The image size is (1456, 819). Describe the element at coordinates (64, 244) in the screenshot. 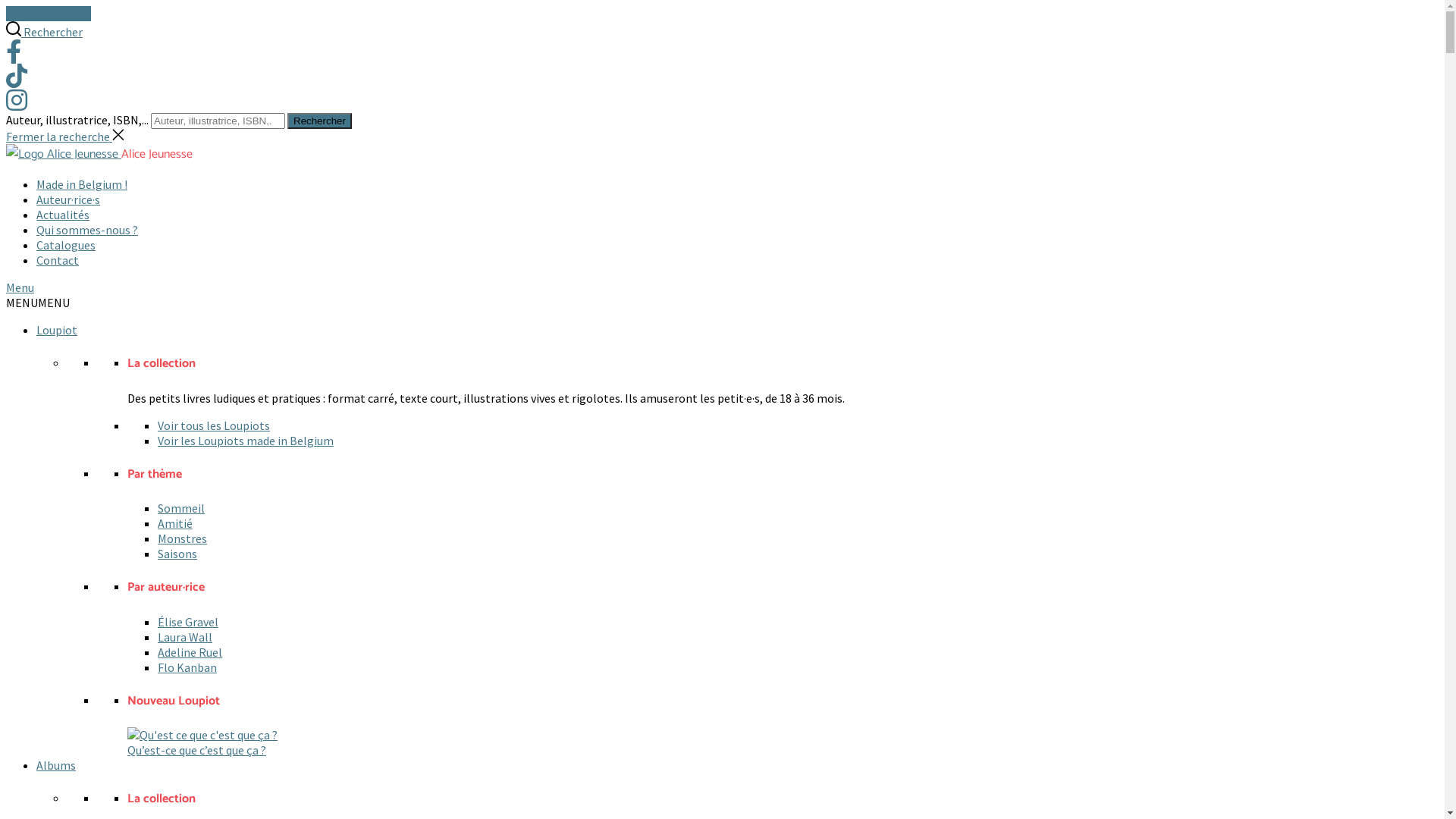

I see `'Catalogues'` at that location.